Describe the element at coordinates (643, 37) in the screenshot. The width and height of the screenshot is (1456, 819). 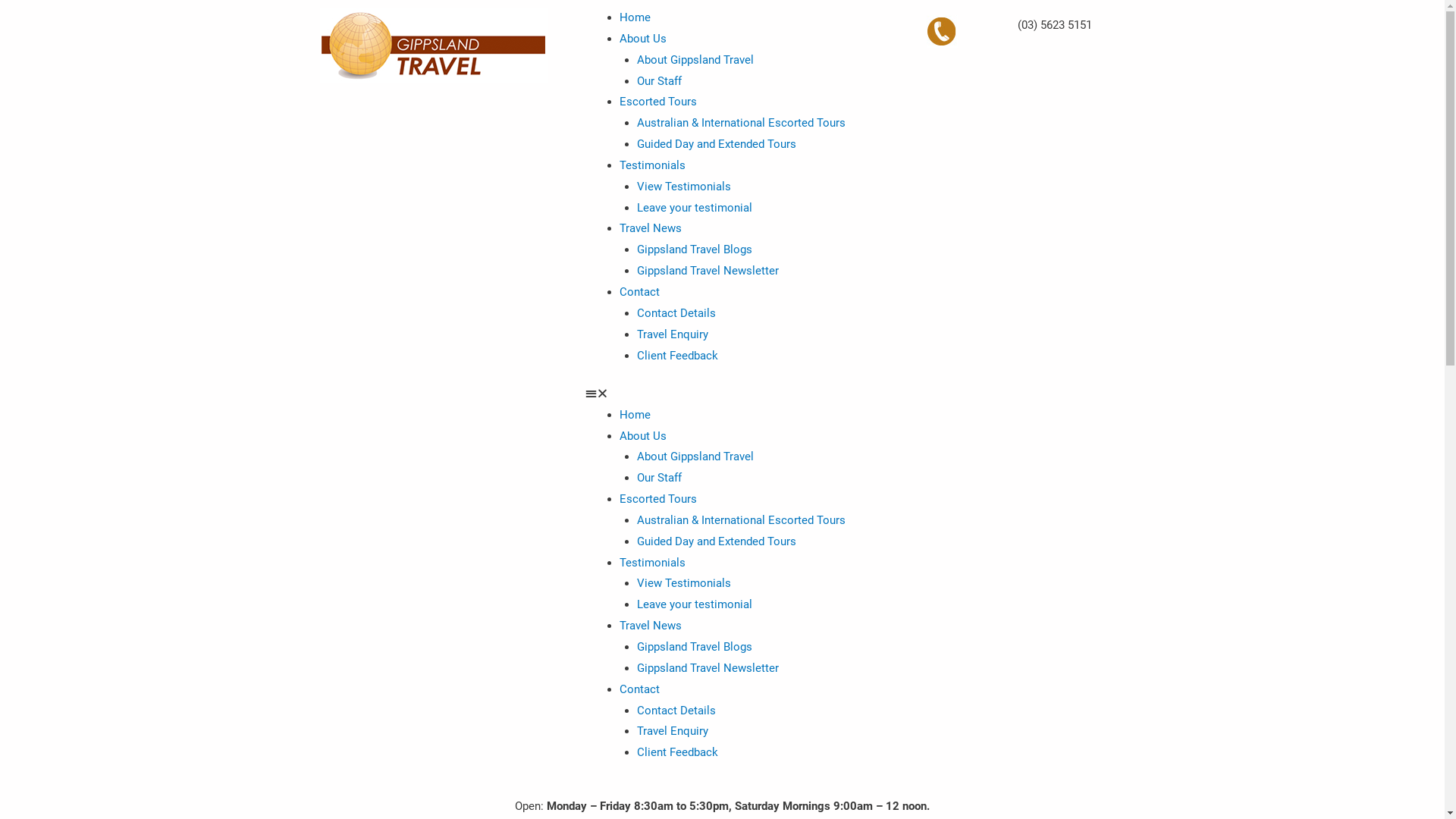
I see `'About Us'` at that location.